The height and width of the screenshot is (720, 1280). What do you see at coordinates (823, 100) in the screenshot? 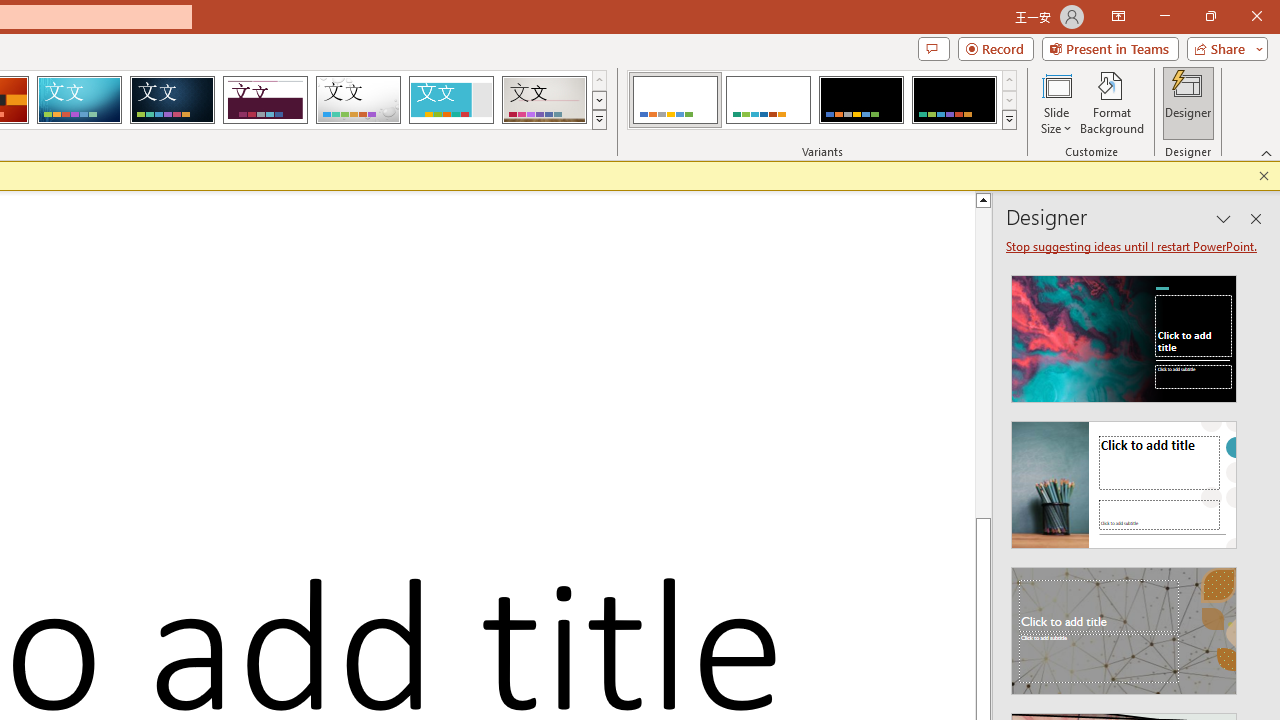
I see `'AutomationID: ThemeVariantsGallery'` at bounding box center [823, 100].